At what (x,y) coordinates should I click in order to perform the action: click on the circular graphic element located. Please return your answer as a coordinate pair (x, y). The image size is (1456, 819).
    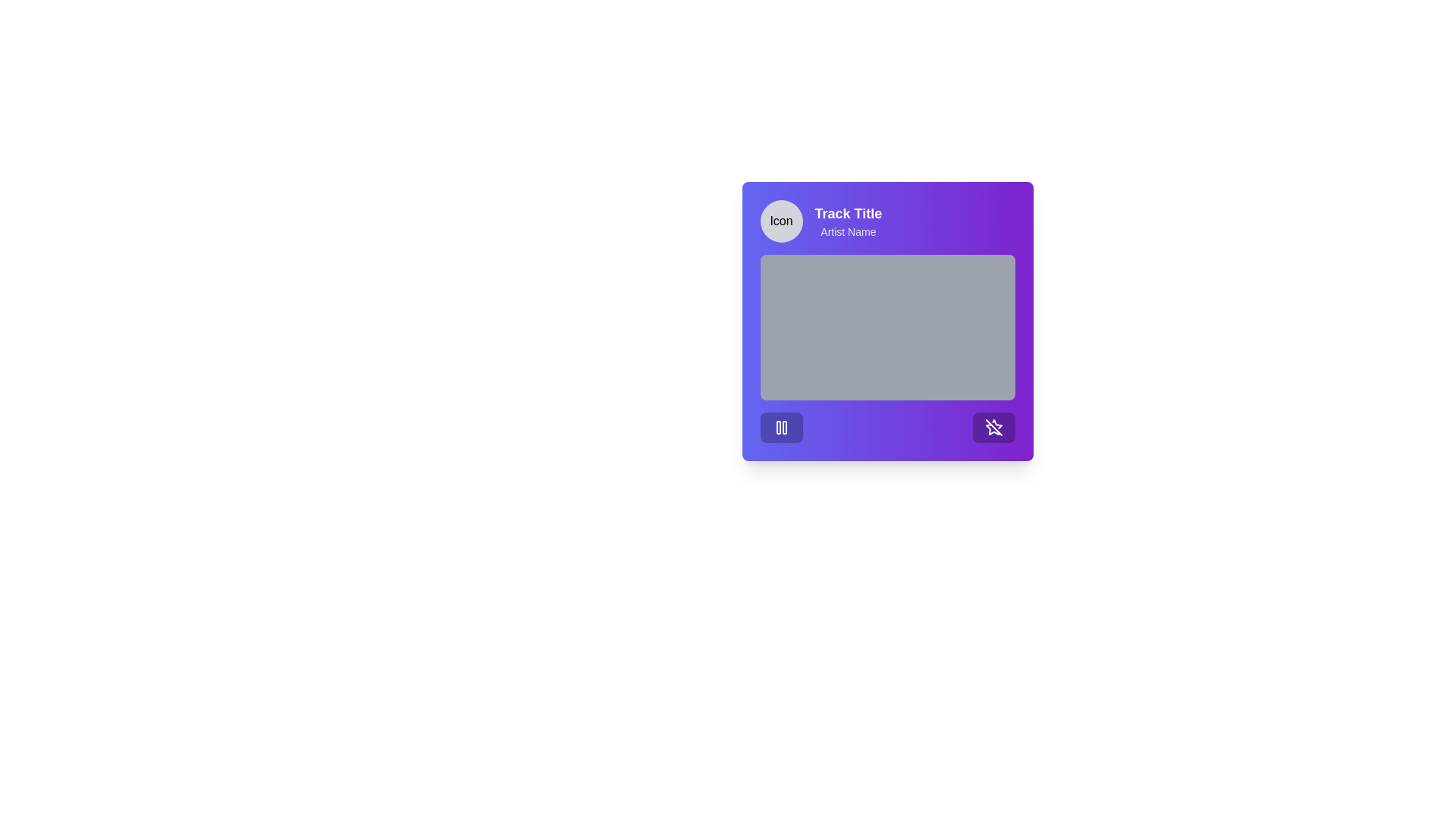
    Looking at the image, I should click on (781, 221).